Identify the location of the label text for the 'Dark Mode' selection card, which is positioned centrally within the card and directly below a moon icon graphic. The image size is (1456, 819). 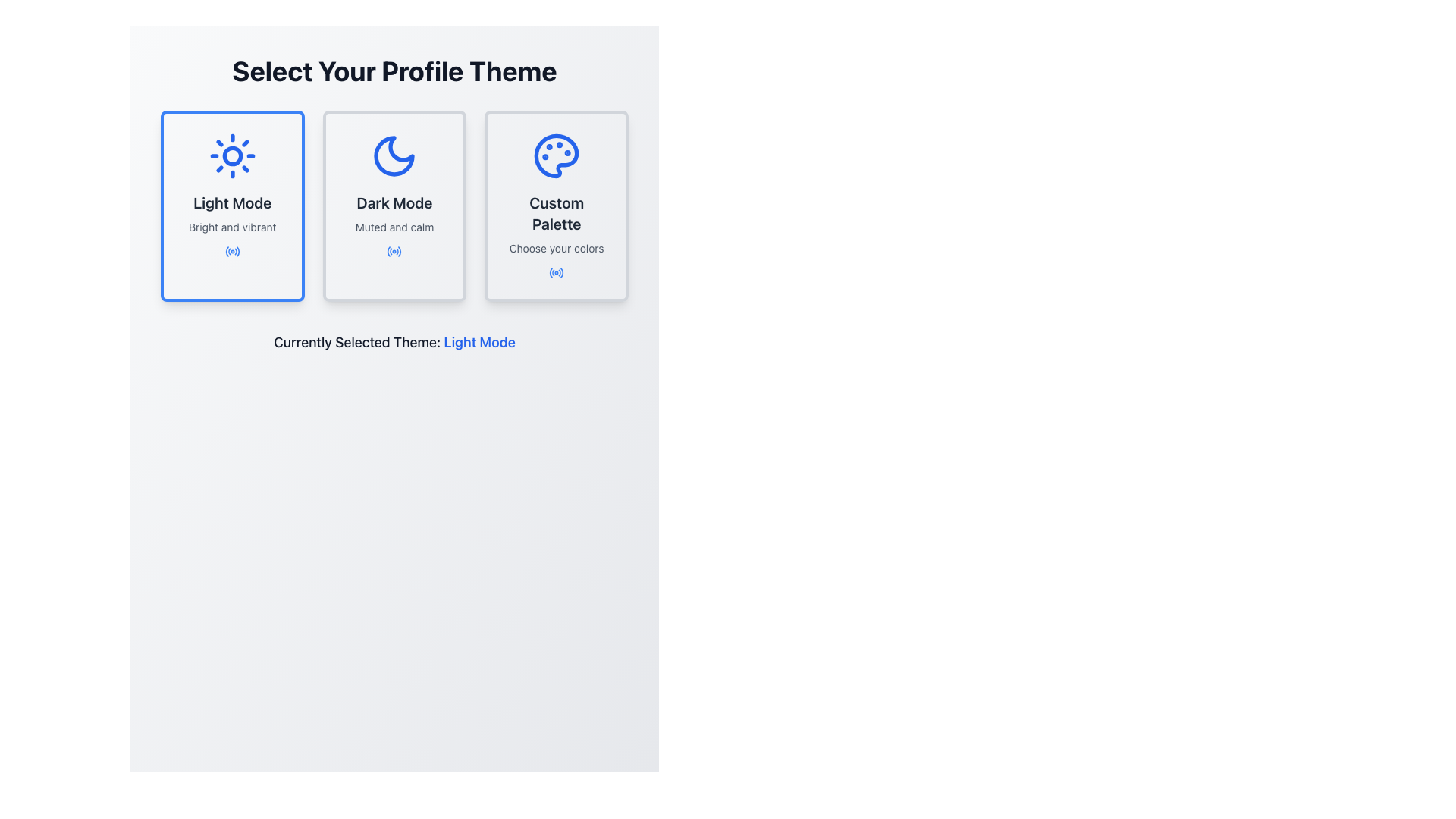
(394, 202).